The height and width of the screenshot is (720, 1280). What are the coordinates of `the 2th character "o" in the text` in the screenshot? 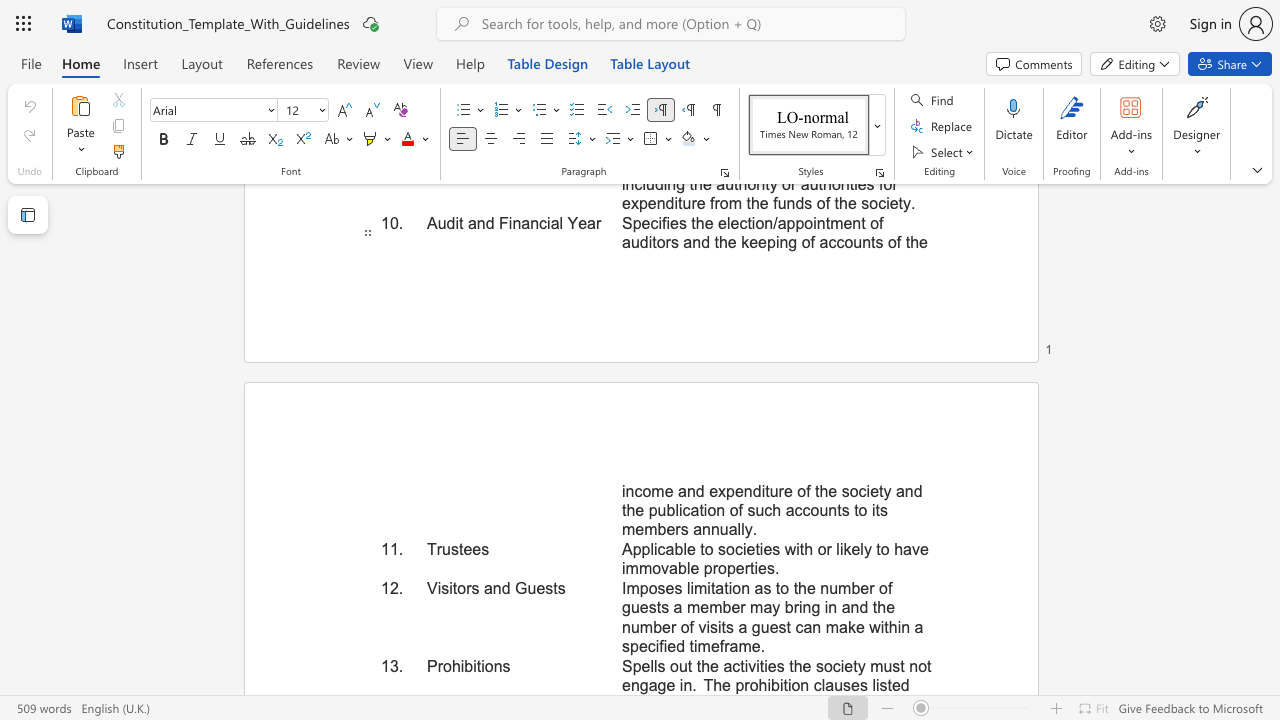 It's located at (489, 666).